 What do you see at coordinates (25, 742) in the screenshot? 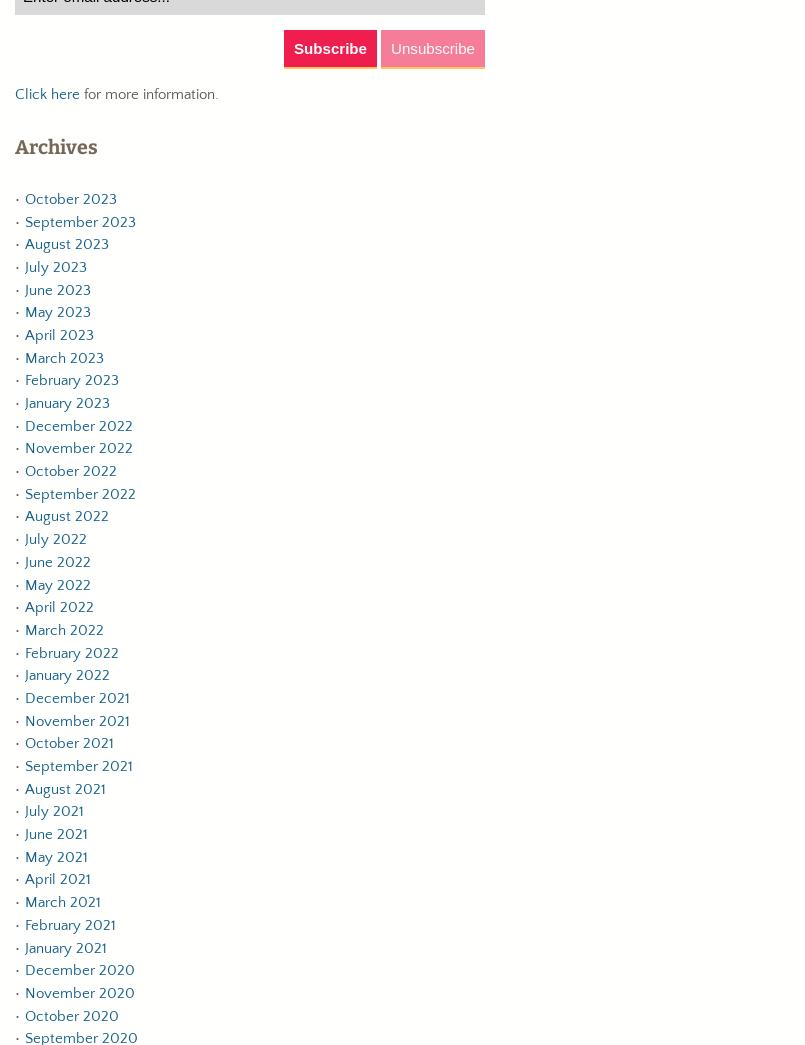
I see `'October 2021'` at bounding box center [25, 742].